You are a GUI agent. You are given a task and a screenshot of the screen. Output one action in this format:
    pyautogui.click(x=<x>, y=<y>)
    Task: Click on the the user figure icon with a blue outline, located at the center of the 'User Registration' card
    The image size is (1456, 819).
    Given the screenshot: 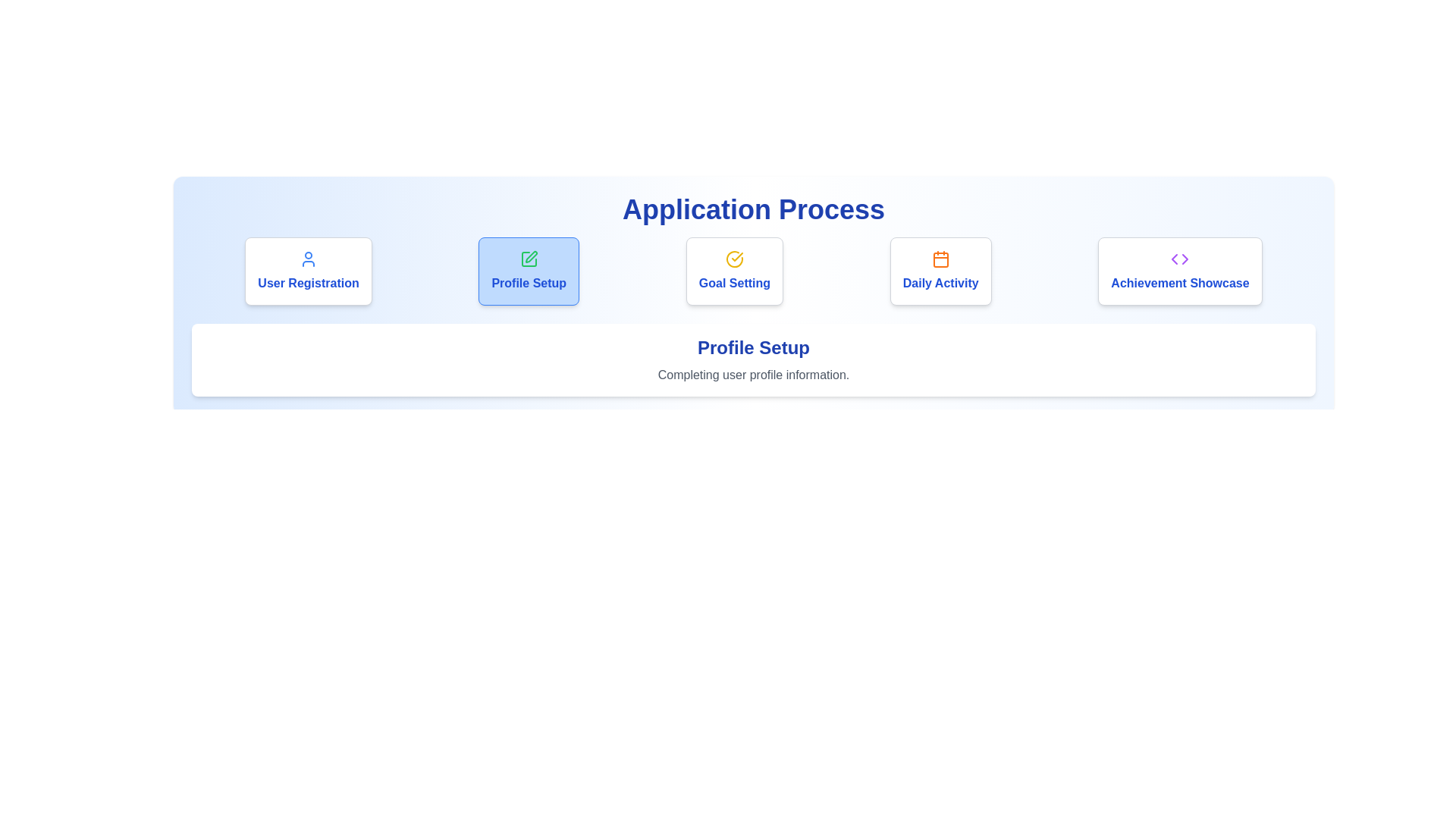 What is the action you would take?
    pyautogui.click(x=308, y=259)
    